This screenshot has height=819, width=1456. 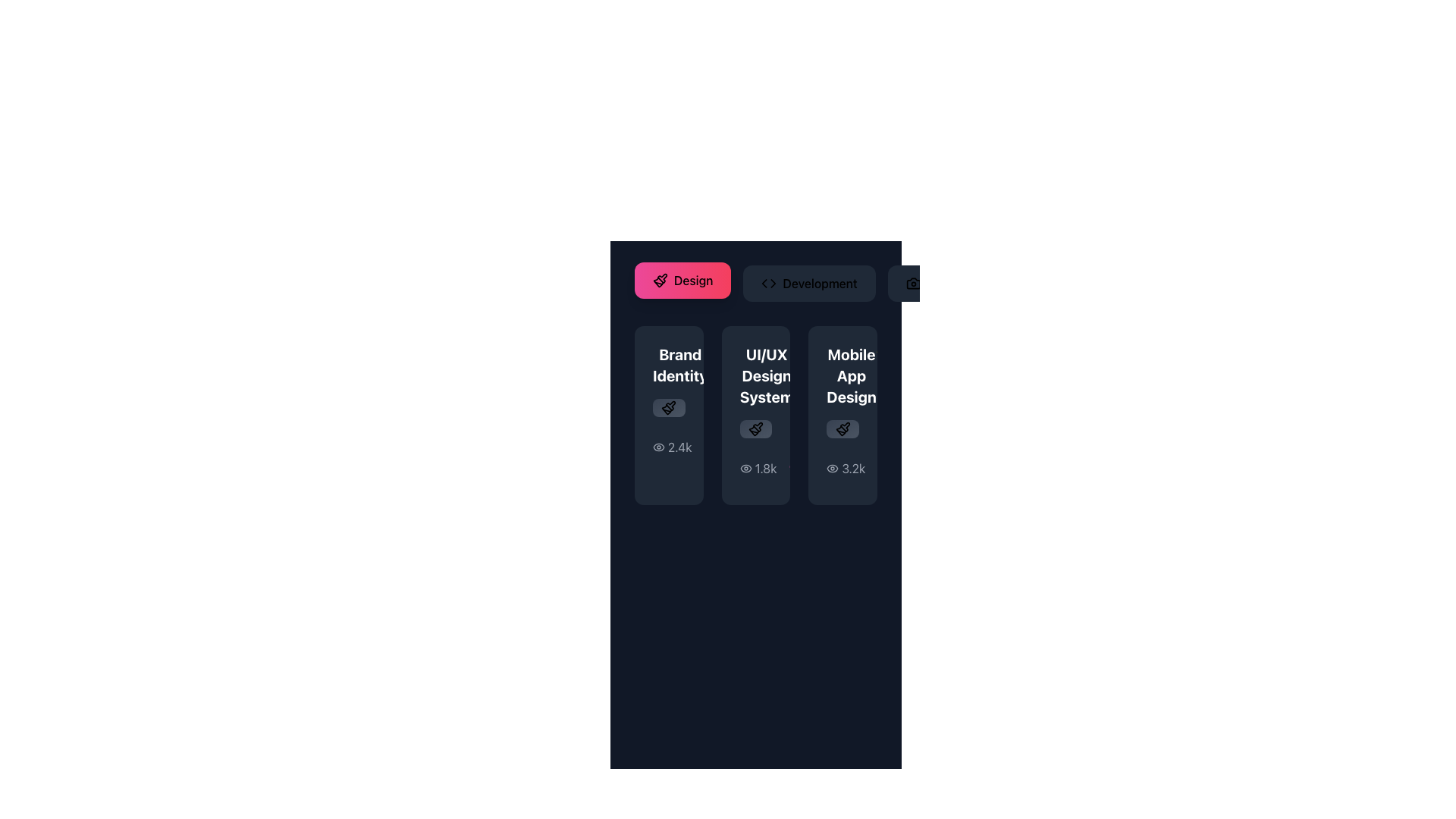 I want to click on the third card, so click(x=842, y=415).